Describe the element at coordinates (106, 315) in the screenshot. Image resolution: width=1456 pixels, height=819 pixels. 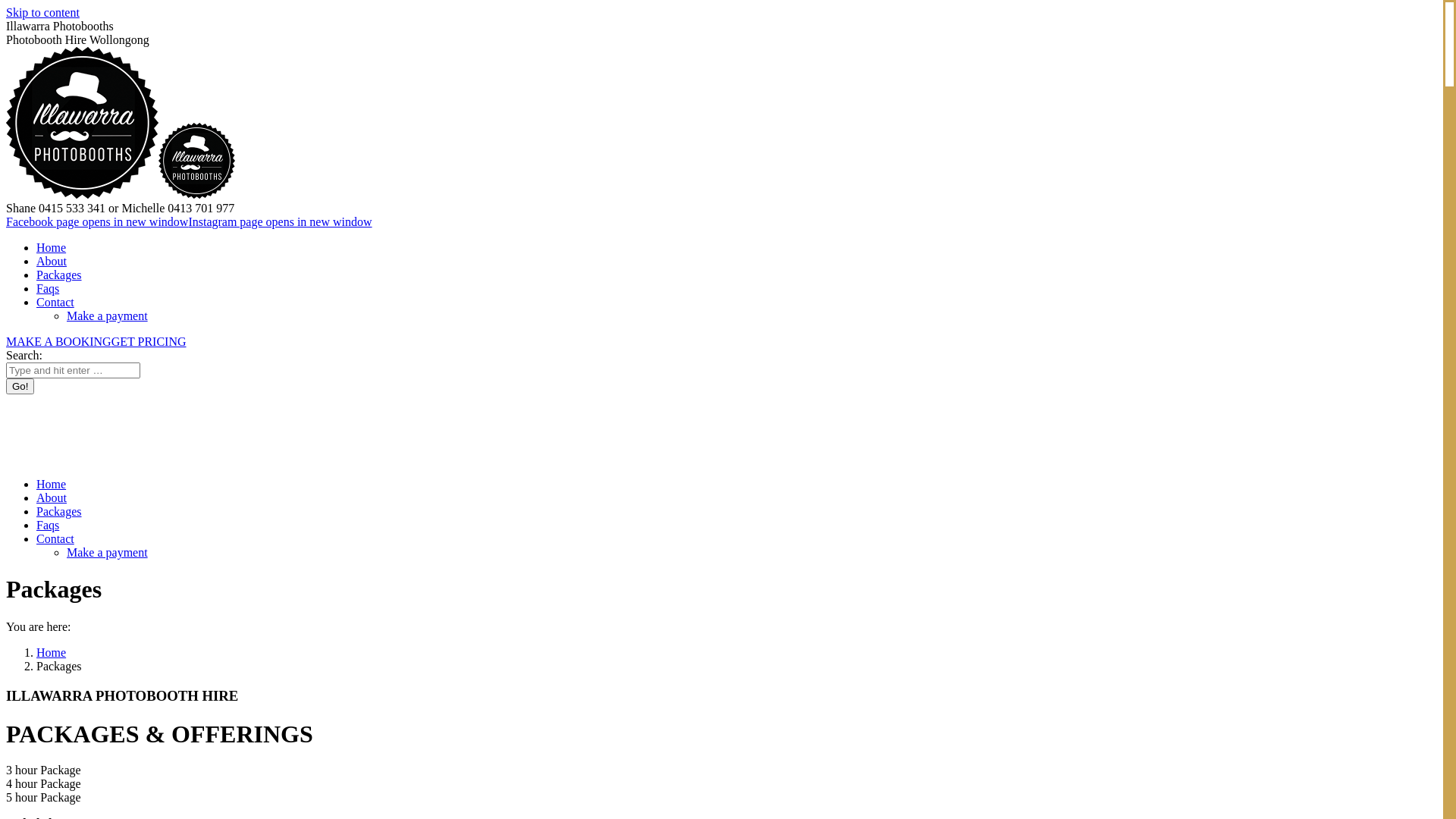
I see `'Make a payment'` at that location.